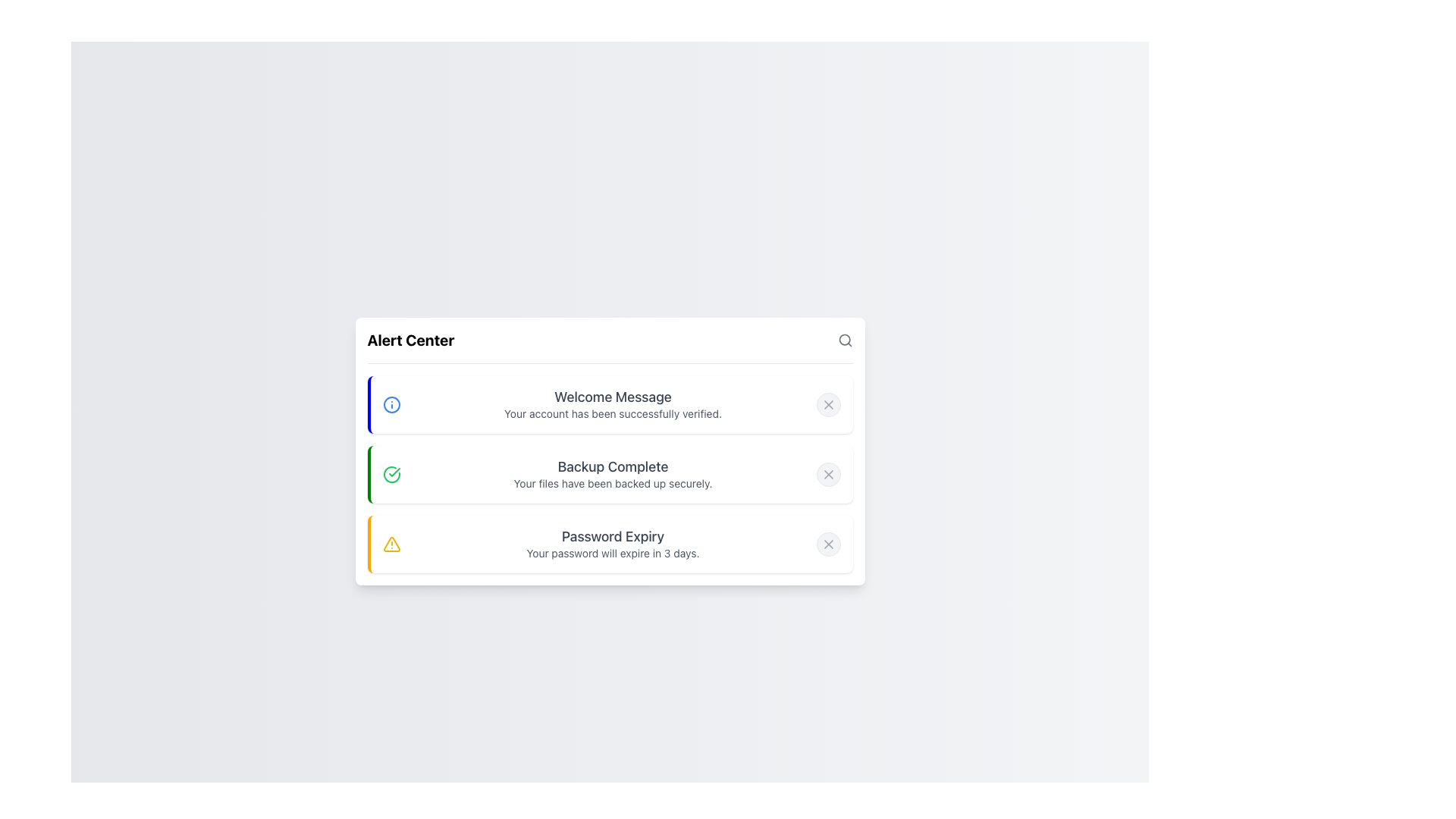 The height and width of the screenshot is (819, 1456). Describe the element at coordinates (827, 403) in the screenshot. I see `the 'X' icon within the dismiss button for the 'Welcome Message' notification, located in the first row of the 'Alert Center'` at that location.